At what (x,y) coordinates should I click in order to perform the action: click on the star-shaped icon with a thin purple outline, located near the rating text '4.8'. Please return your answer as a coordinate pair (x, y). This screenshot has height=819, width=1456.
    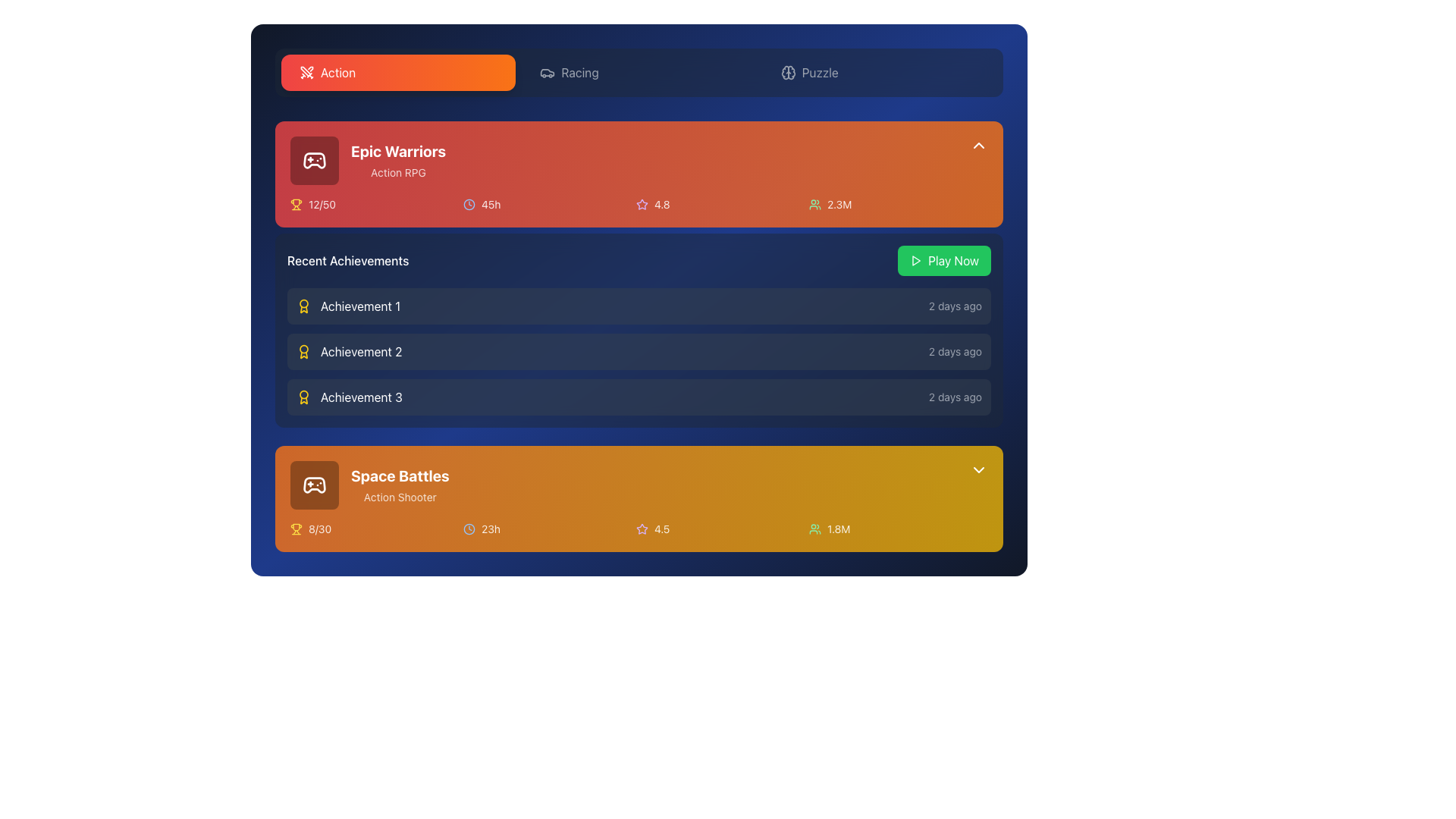
    Looking at the image, I should click on (642, 205).